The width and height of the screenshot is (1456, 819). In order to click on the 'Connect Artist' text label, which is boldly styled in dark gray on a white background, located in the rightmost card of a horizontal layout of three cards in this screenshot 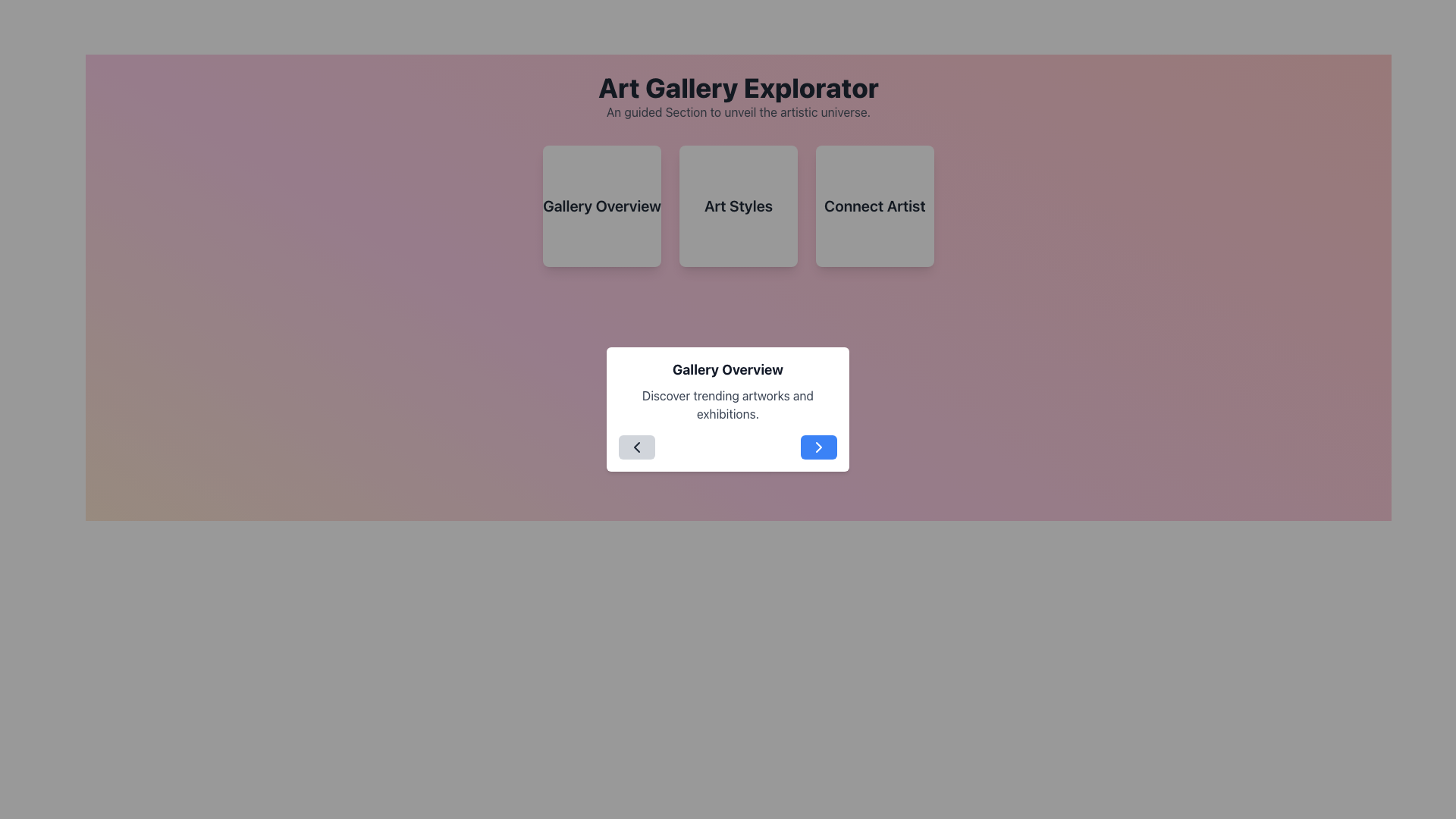, I will do `click(874, 206)`.